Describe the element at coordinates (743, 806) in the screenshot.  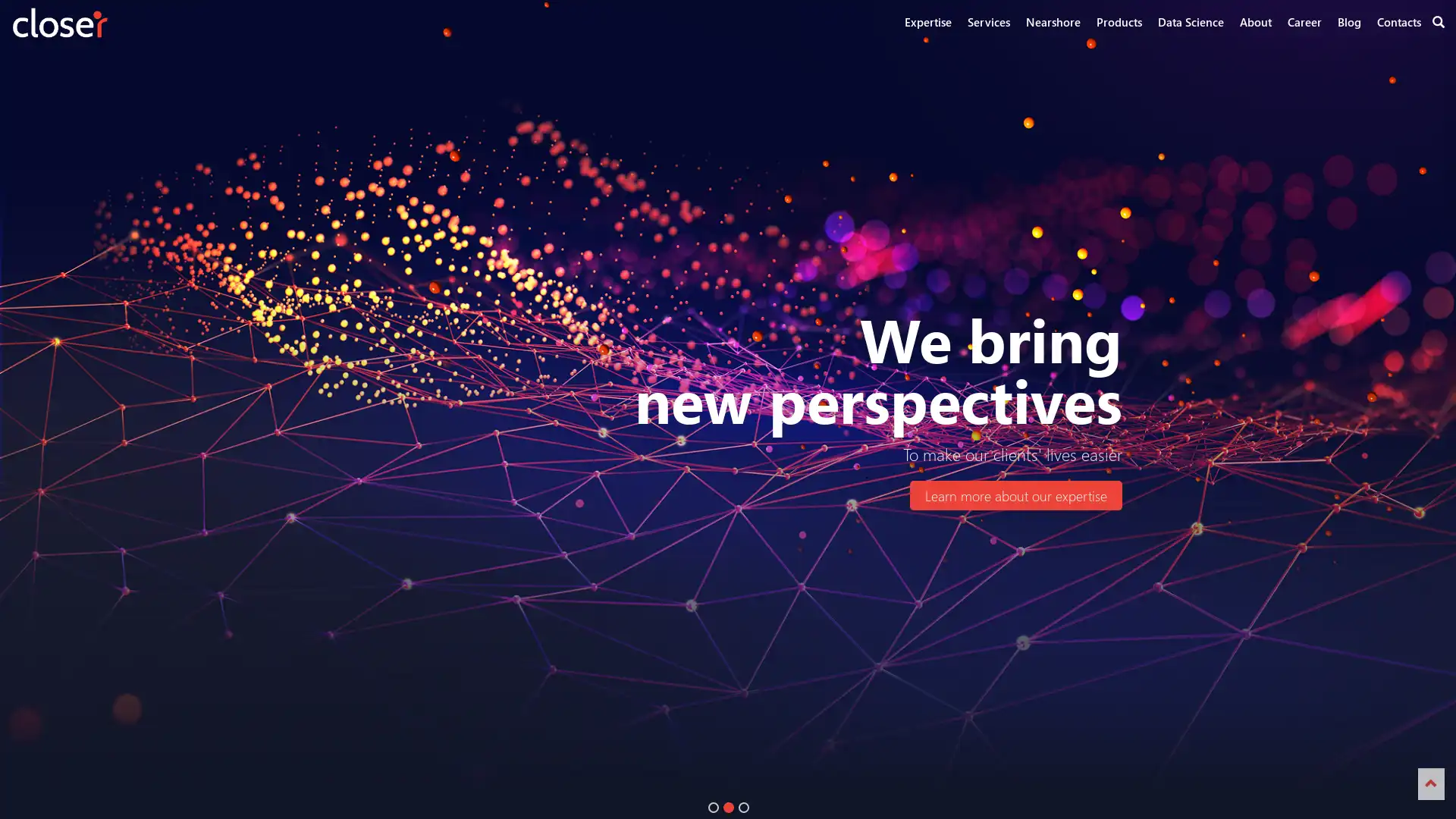
I see `3` at that location.